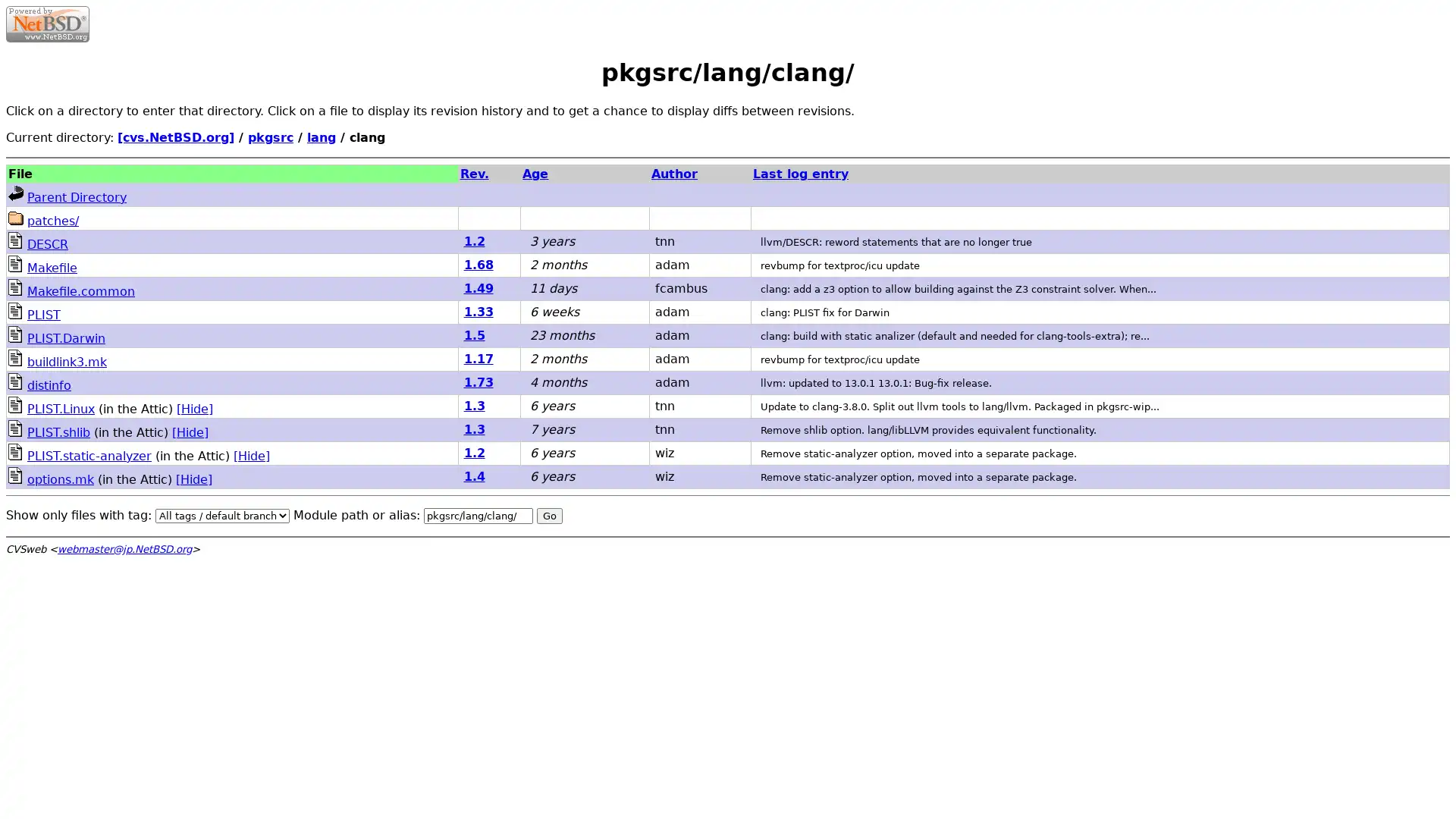  Describe the element at coordinates (548, 514) in the screenshot. I see `Go` at that location.